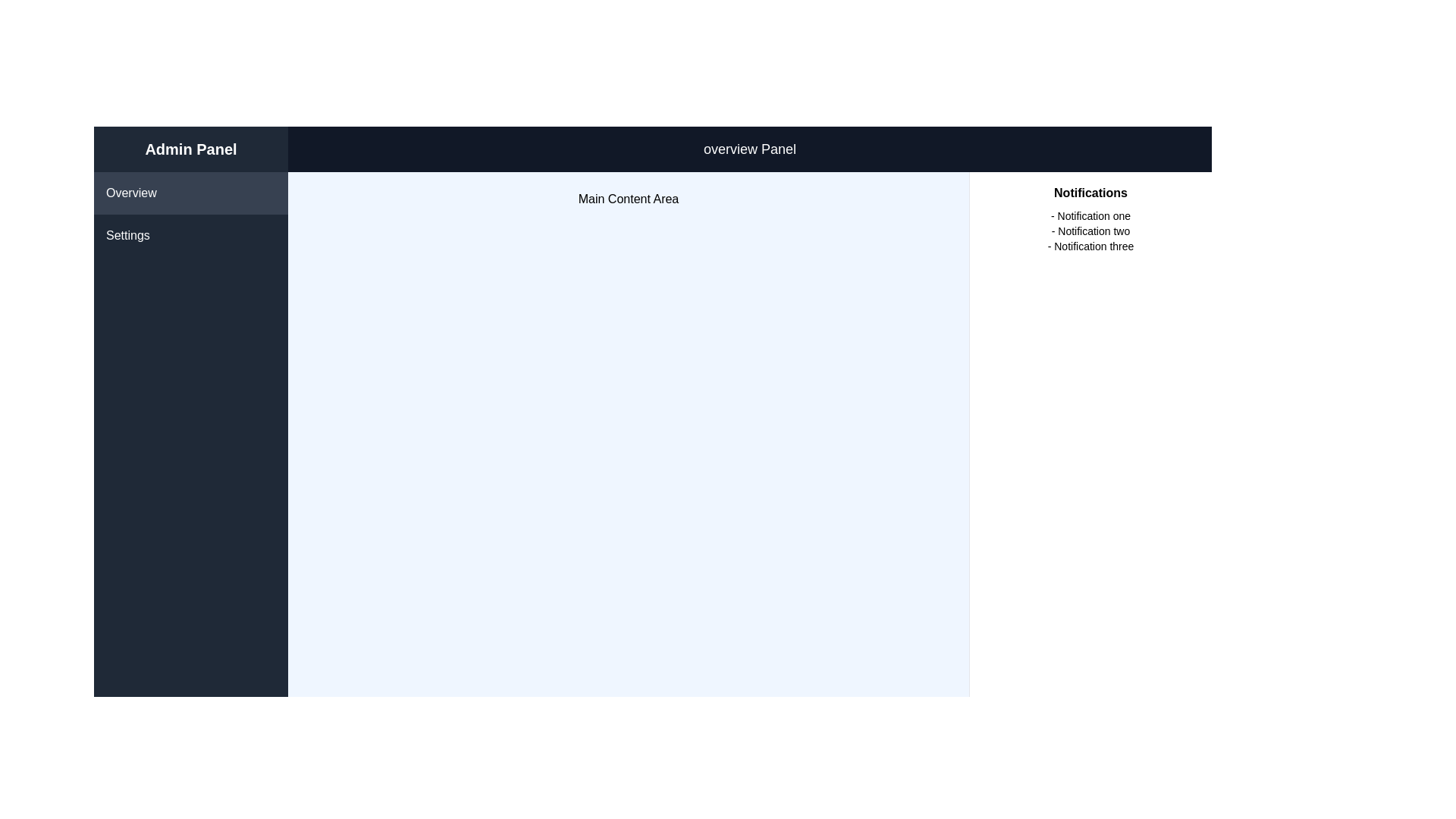 The width and height of the screenshot is (1456, 819). I want to click on the static text label indicating 'Admin Panel' located at the top of the sidebar on the left side of the interface, so click(190, 149).